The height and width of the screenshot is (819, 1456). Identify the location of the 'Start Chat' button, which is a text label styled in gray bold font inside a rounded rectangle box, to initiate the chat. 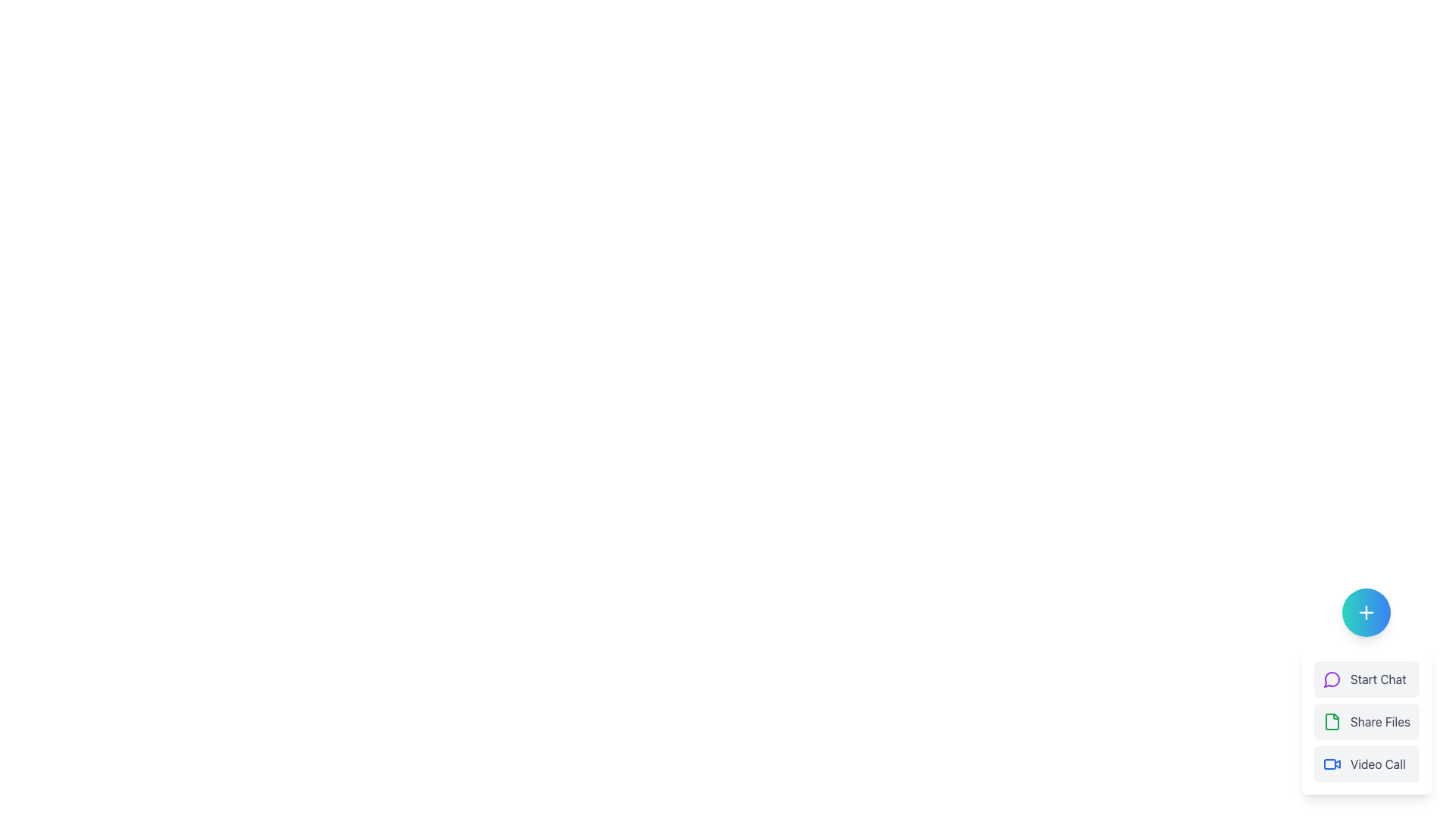
(1378, 678).